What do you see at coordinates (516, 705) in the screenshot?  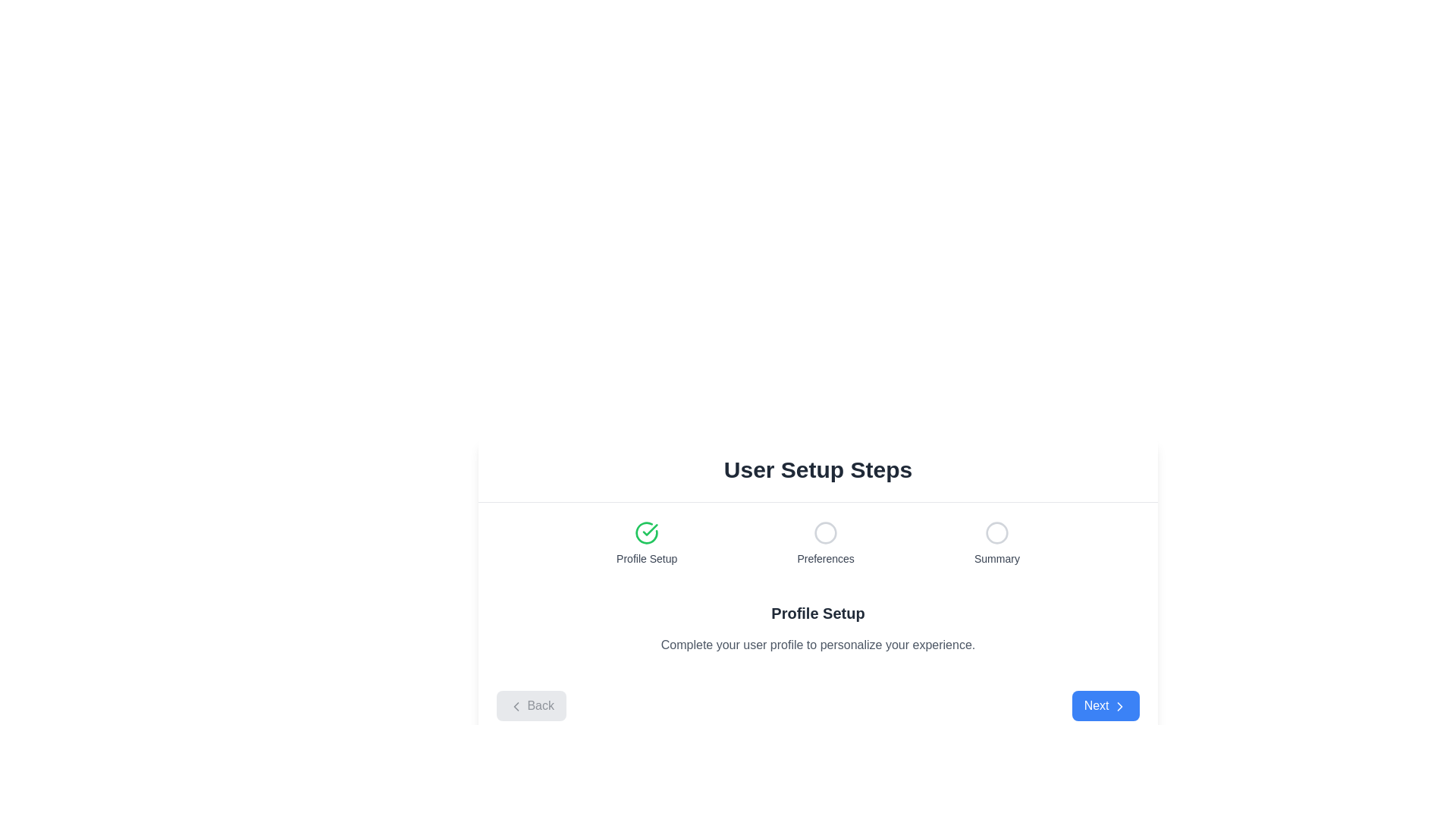 I see `the Chevron icon within the 'Back' button, located at the bottom-left corner of the interface` at bounding box center [516, 705].